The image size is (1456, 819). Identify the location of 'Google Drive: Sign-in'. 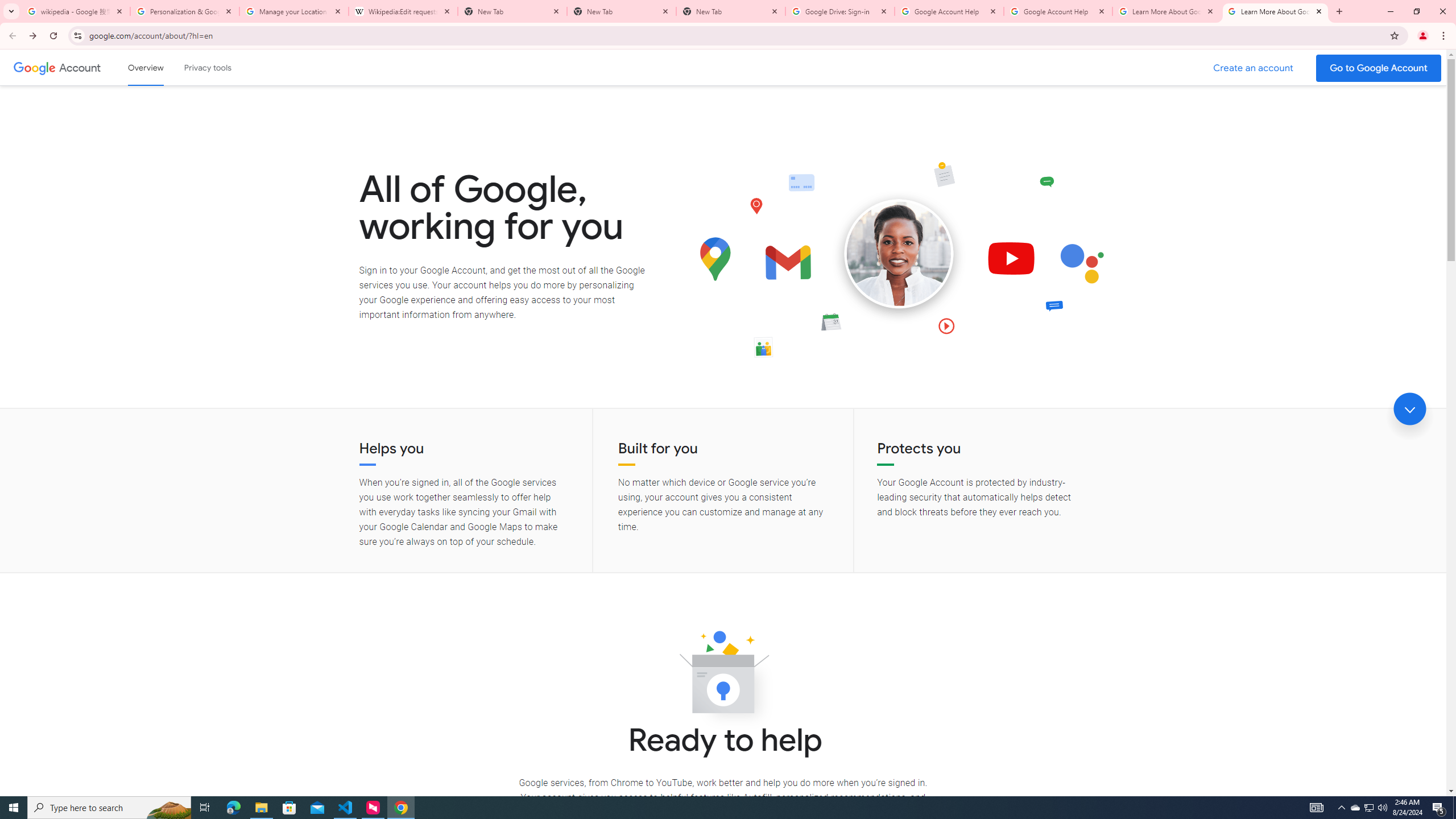
(839, 11).